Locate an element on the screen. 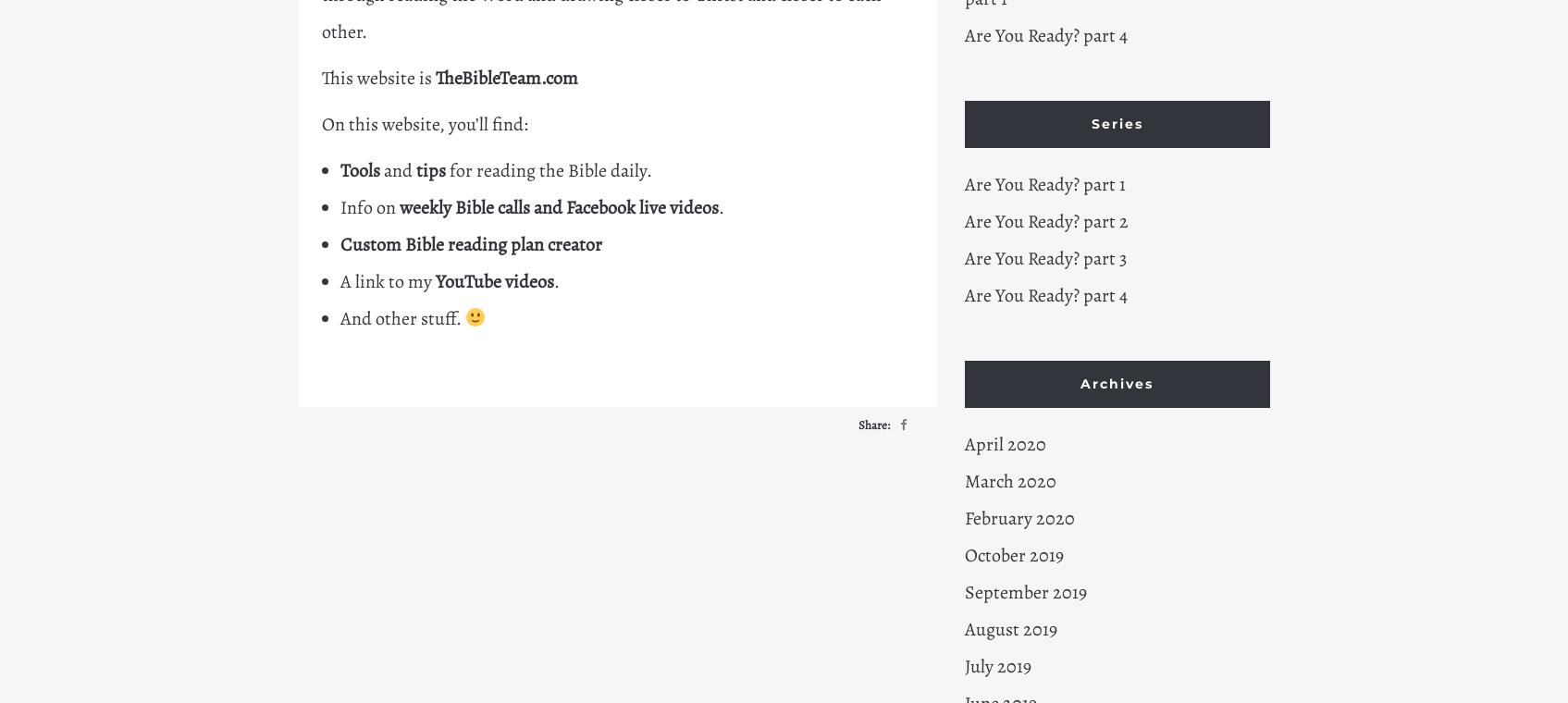 This screenshot has width=1568, height=703. 'March 2020' is located at coordinates (1009, 481).